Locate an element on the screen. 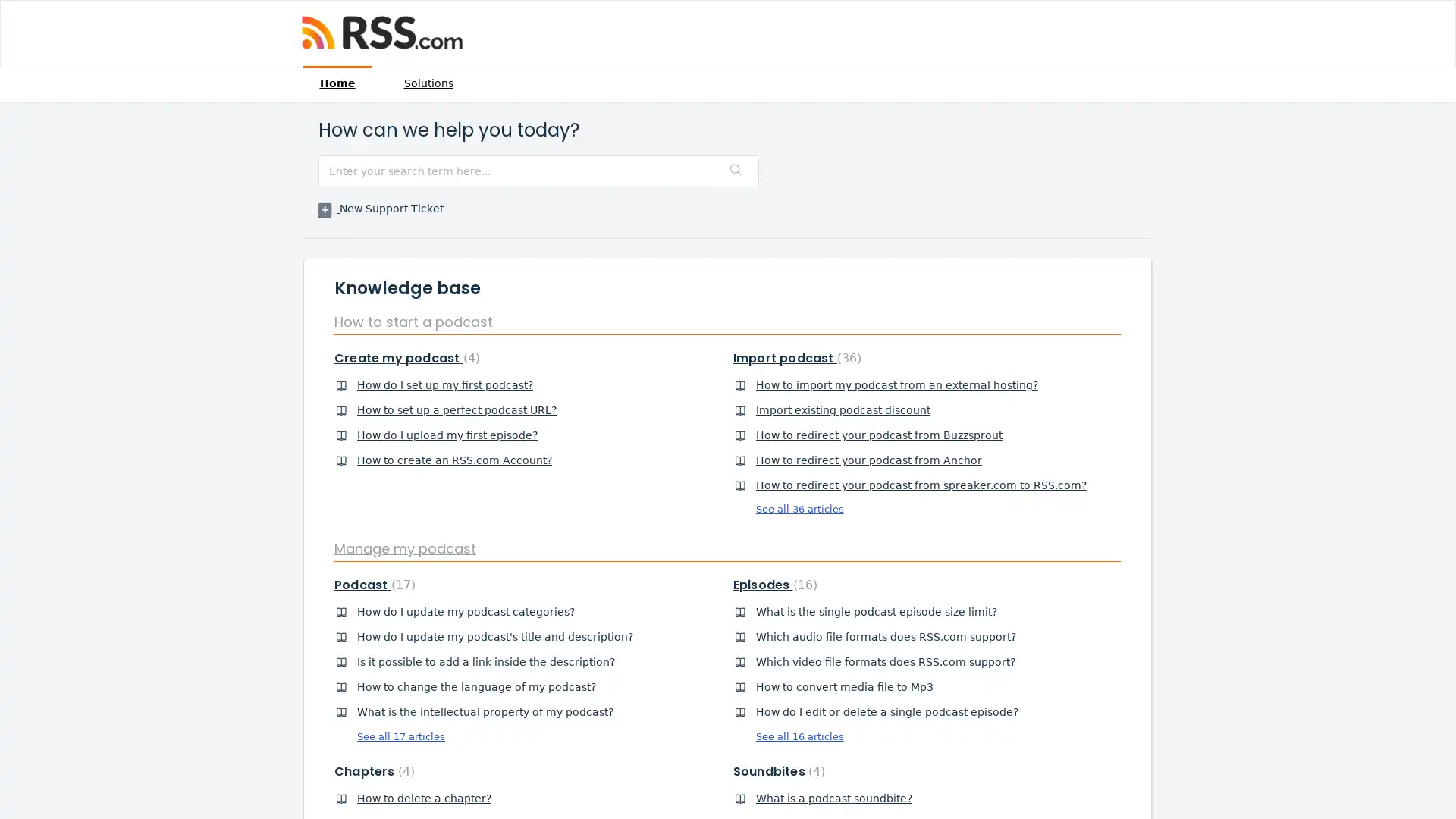 The height and width of the screenshot is (819, 1456). Search is located at coordinates (735, 171).